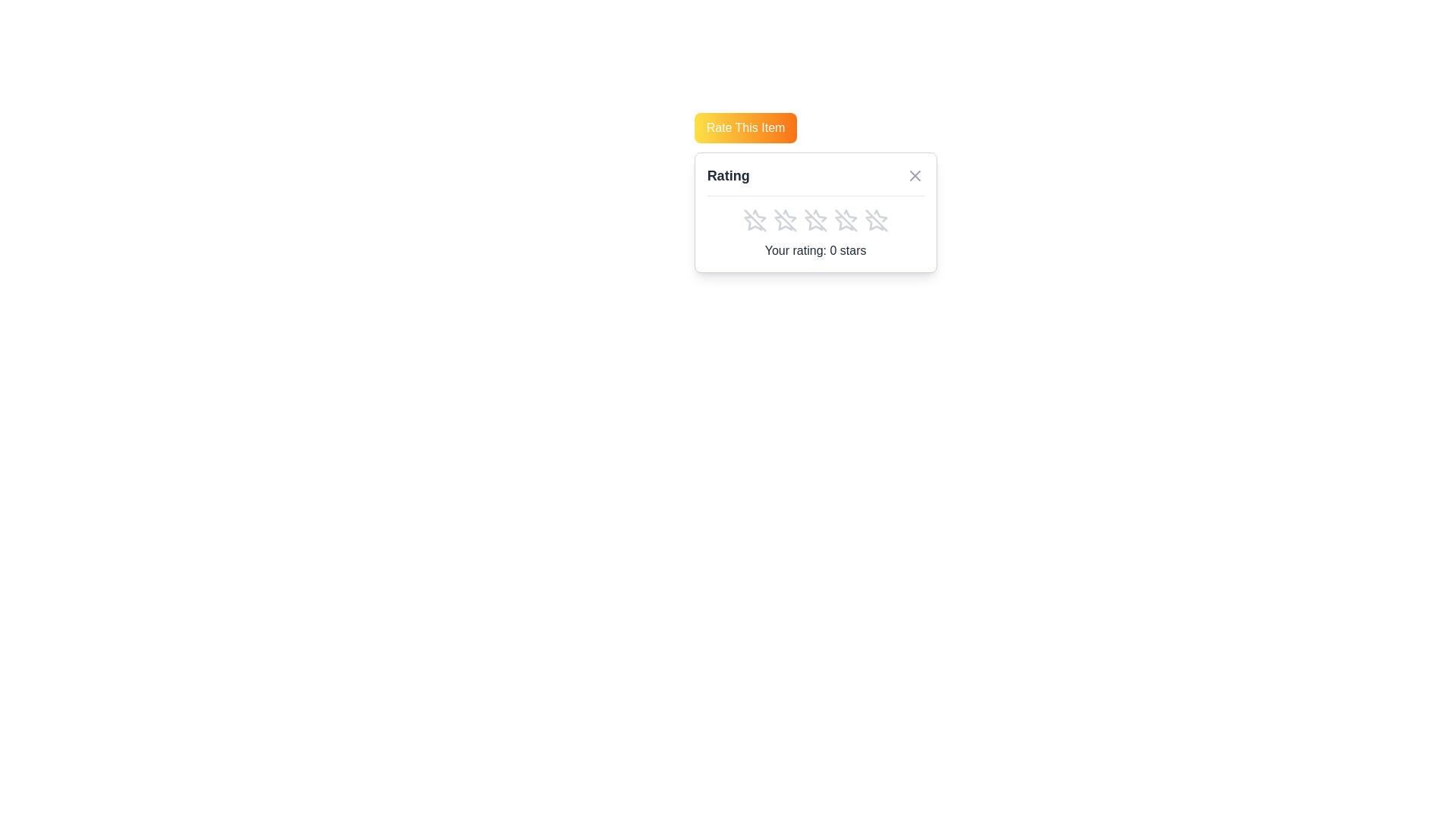 This screenshot has width=1456, height=819. I want to click on third star segment of the star rating component, which is styled with a gray outline and part of the rating dialog below the 'Rating' section header, so click(813, 223).